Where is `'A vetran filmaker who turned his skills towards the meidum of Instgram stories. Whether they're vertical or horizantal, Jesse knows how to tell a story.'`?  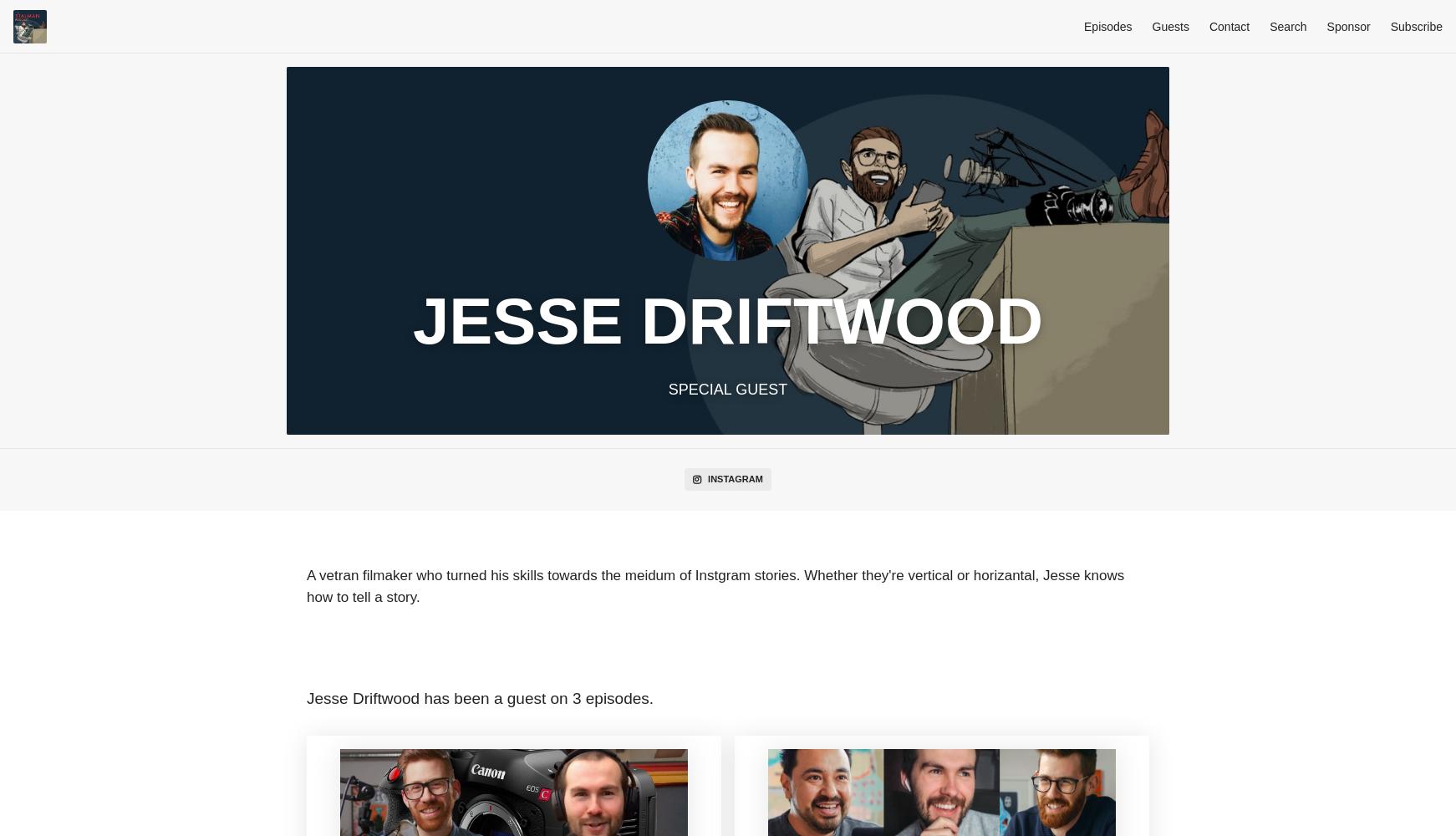
'A vetran filmaker who turned his skills towards the meidum of Instgram stories. Whether they're vertical or horizantal, Jesse knows how to tell a story.' is located at coordinates (715, 585).